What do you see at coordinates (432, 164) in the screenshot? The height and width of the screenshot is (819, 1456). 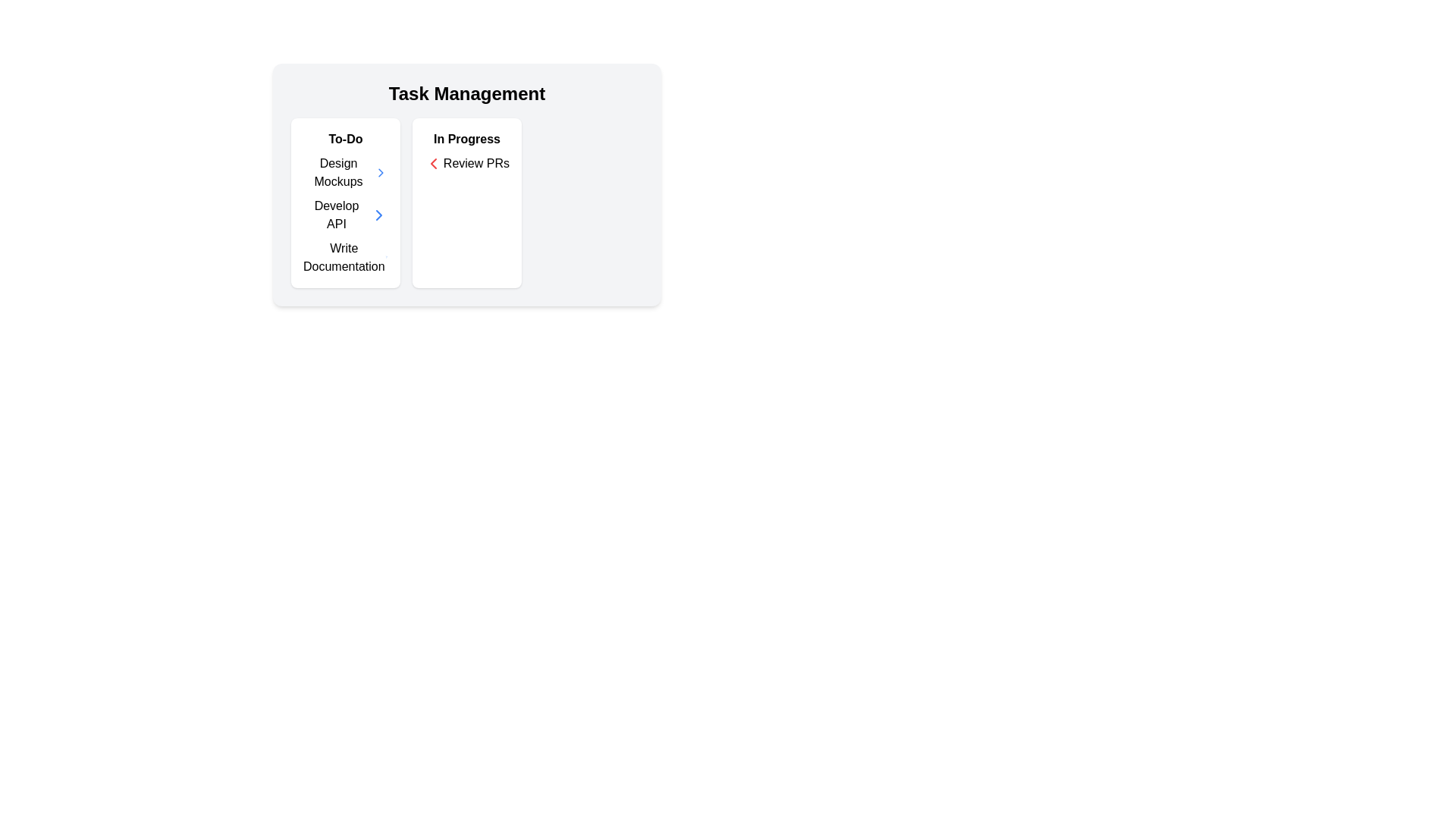 I see `the navigational button located at the leftmost position of the 'Review PRs' row header under the 'In Progress' category` at bounding box center [432, 164].